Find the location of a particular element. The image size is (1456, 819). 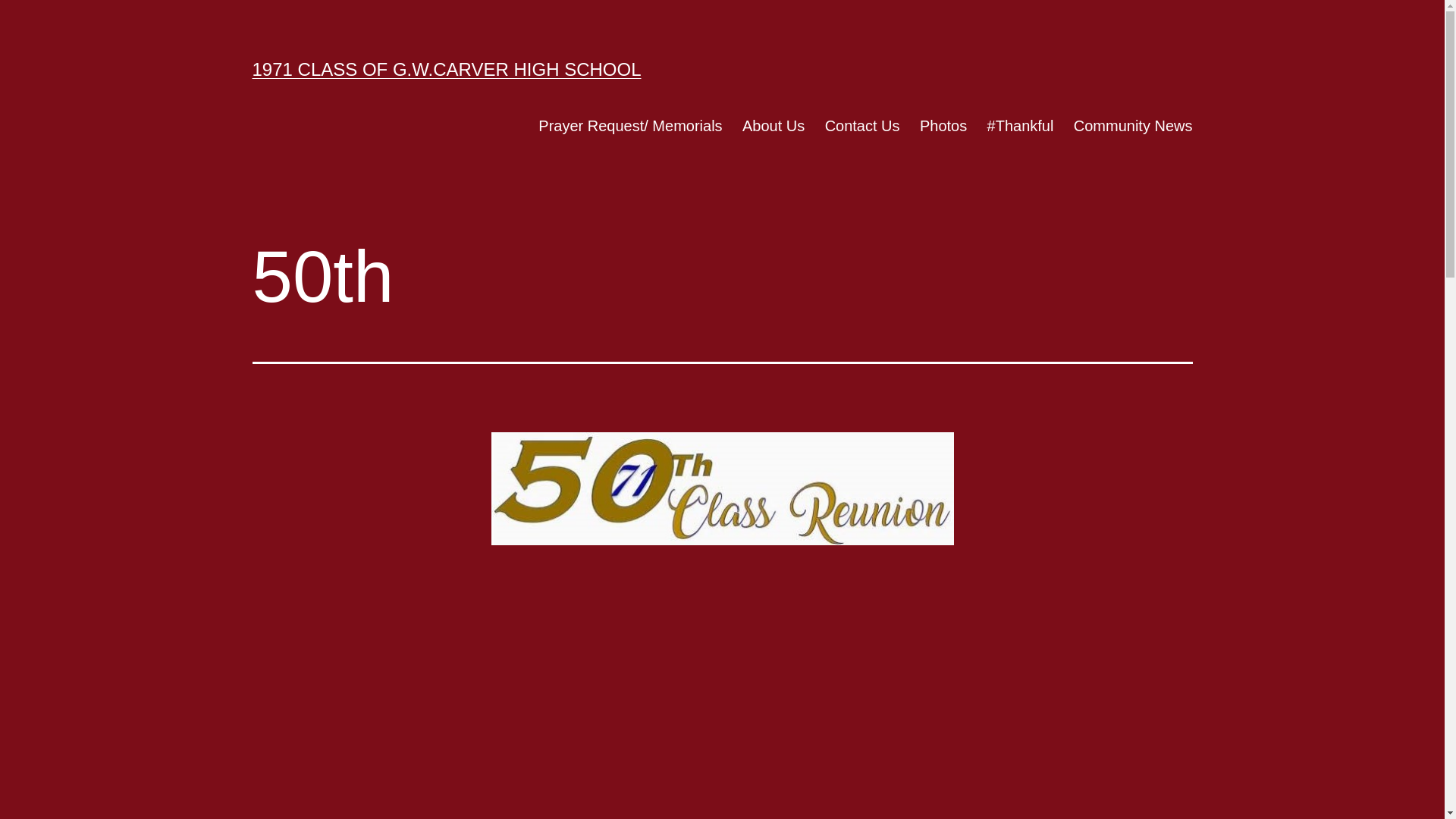

'1971 CLASS OF G.W.CARVER HIGH SCHOOL' is located at coordinates (445, 69).